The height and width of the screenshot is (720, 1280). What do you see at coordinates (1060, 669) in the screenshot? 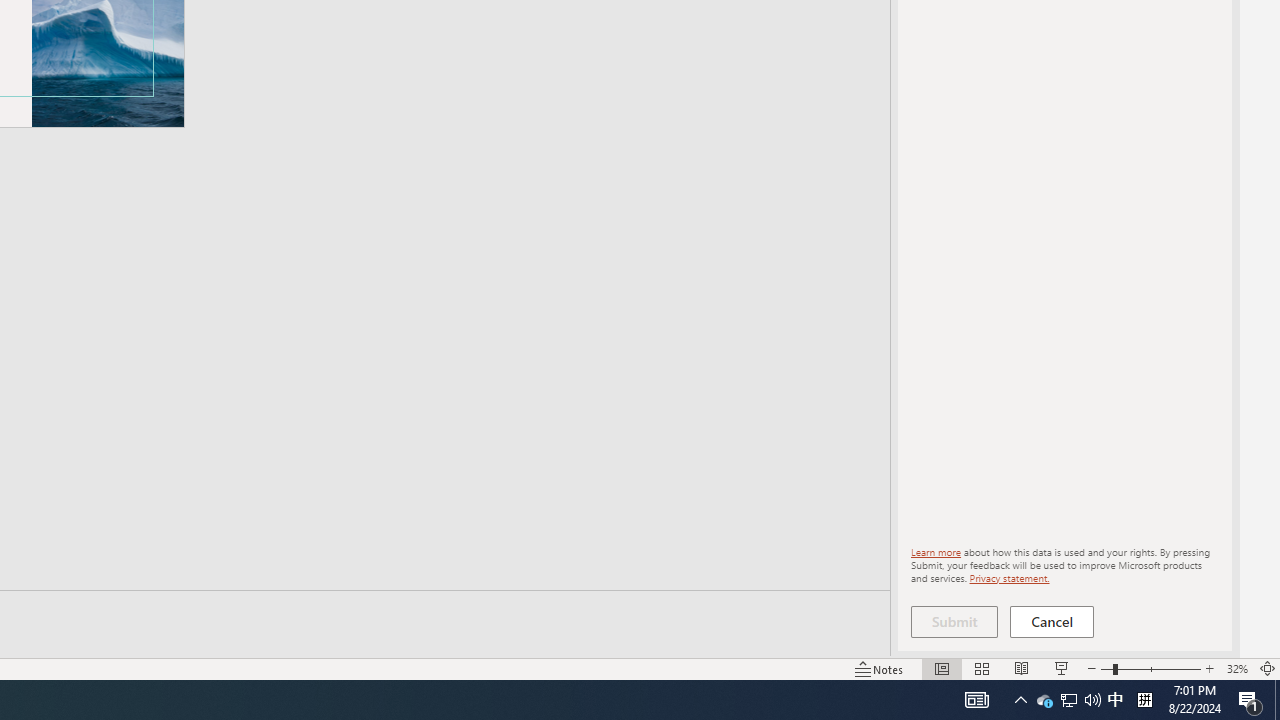
I see `'Slide Show'` at bounding box center [1060, 669].